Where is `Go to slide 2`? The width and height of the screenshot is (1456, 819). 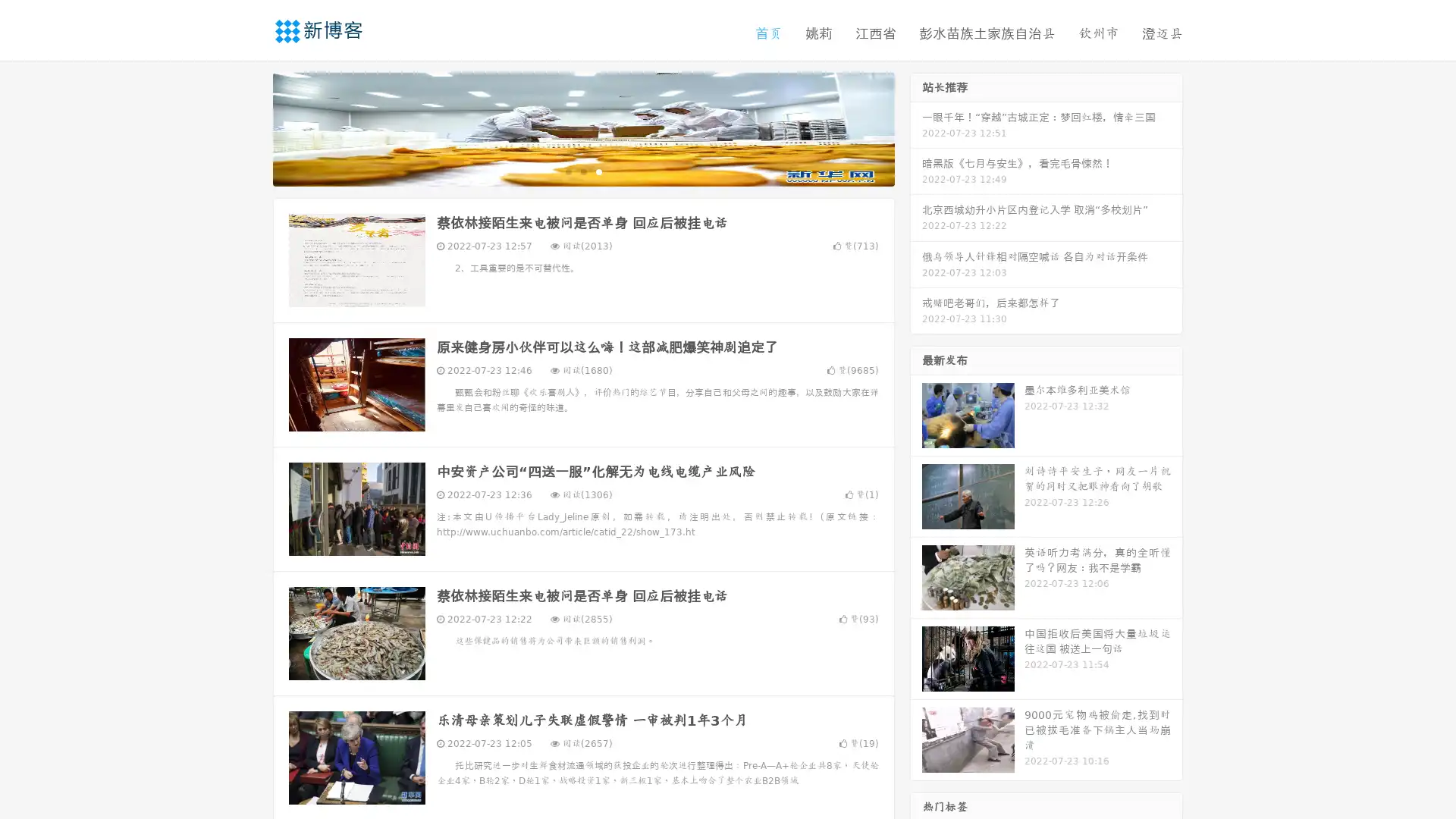
Go to slide 2 is located at coordinates (582, 171).